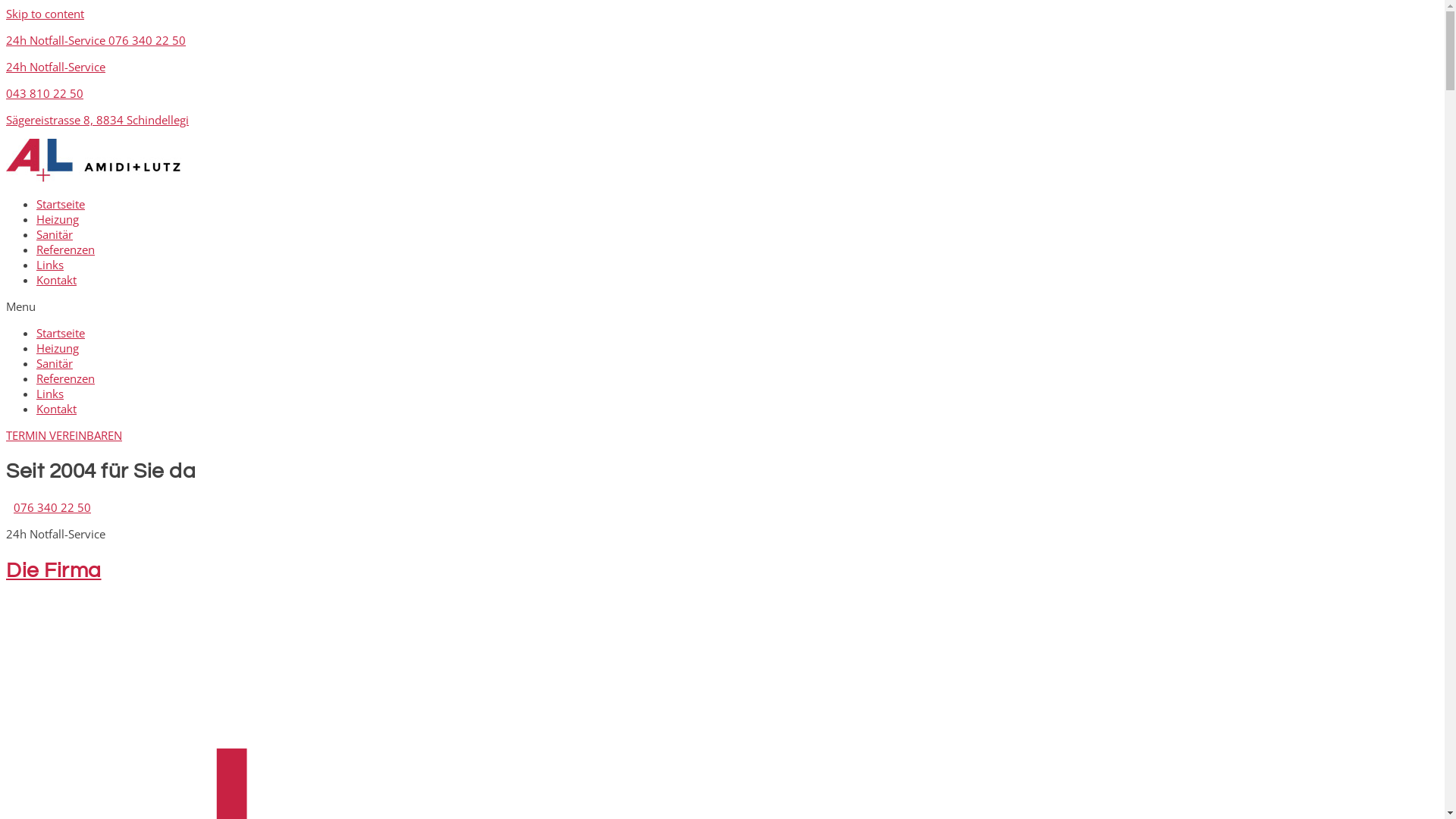  I want to click on 'Kontakt', so click(56, 280).